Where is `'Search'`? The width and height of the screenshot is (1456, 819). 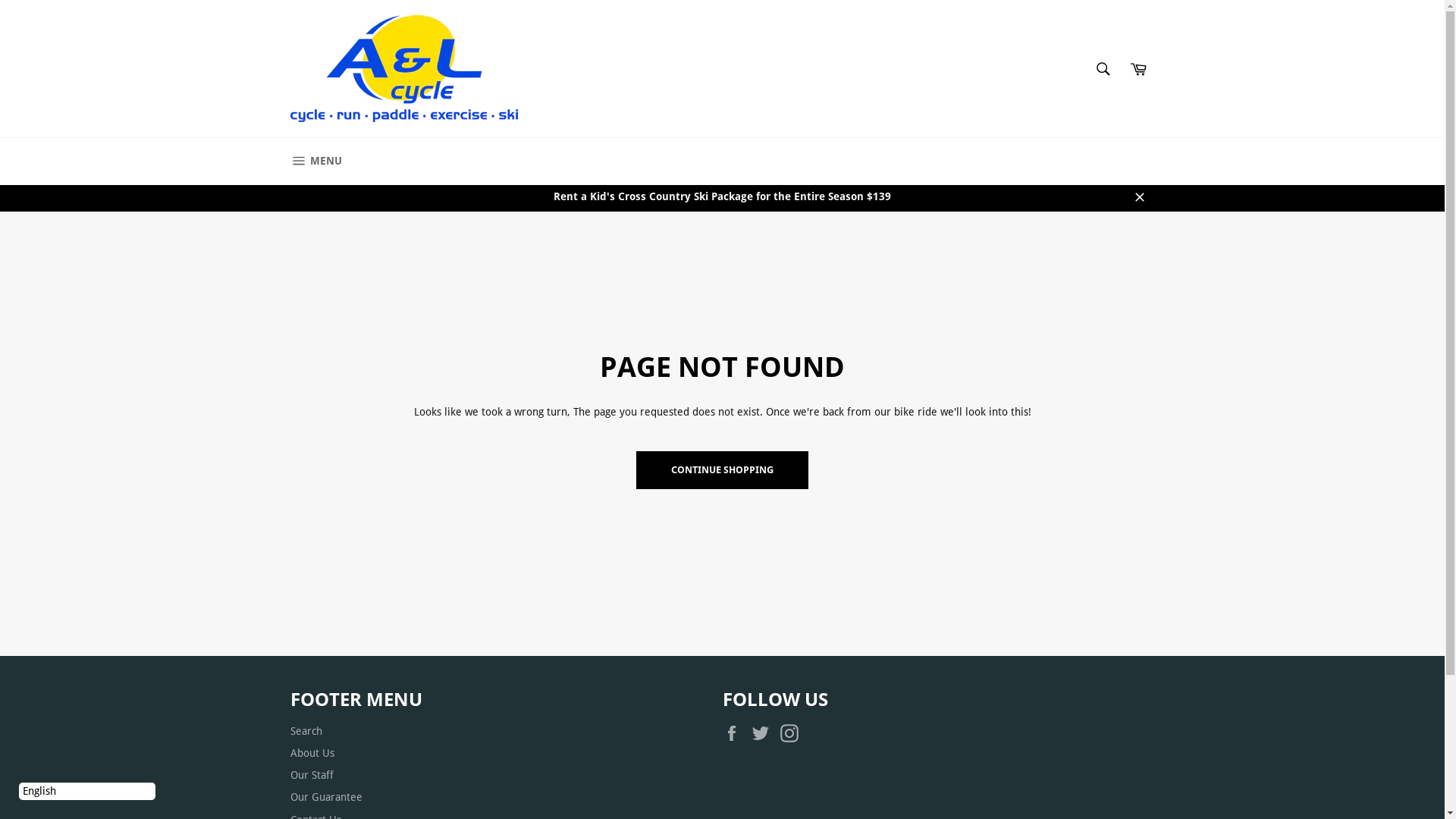 'Search' is located at coordinates (1103, 69).